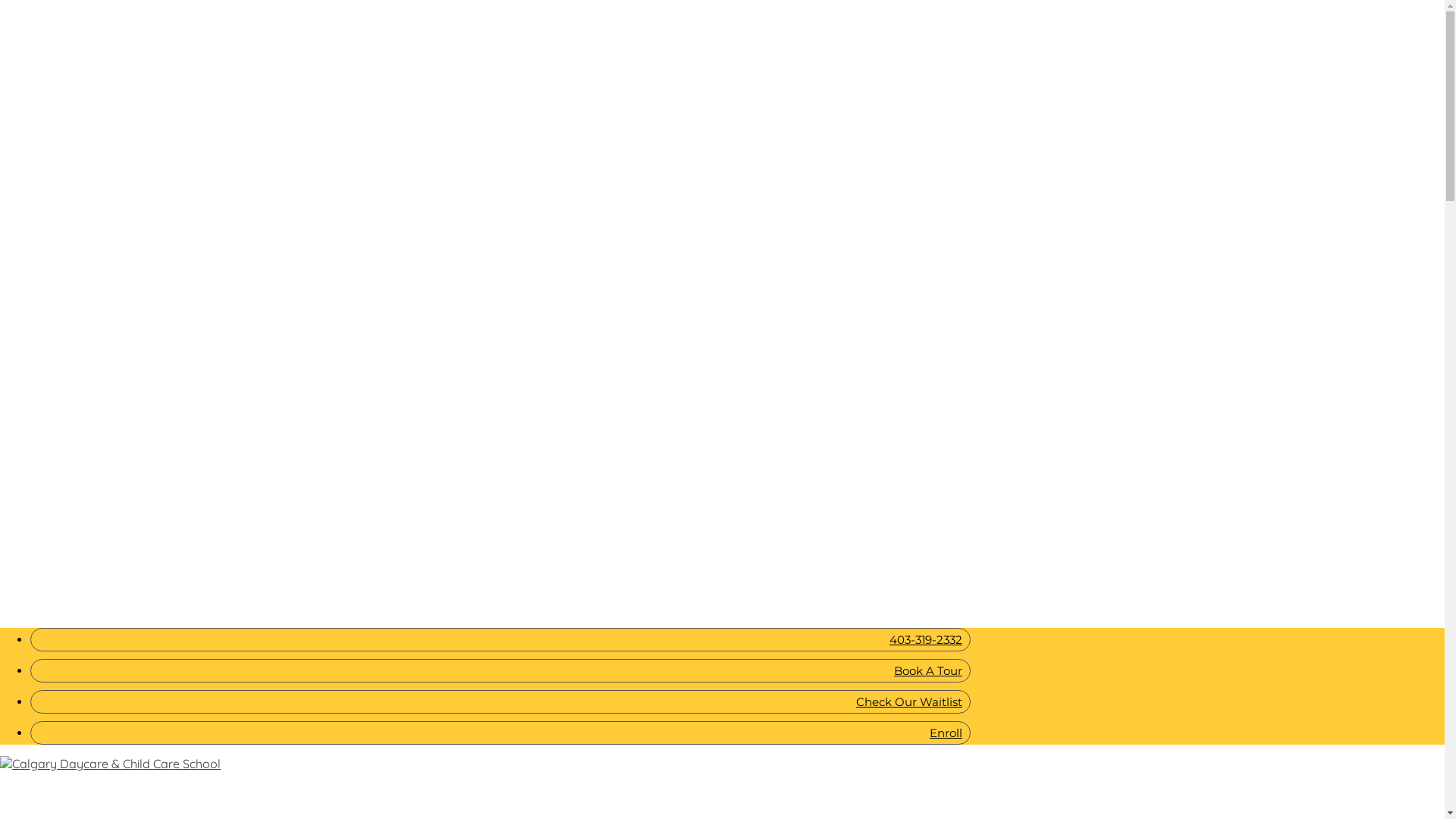  I want to click on '403-319-2332', so click(500, 639).